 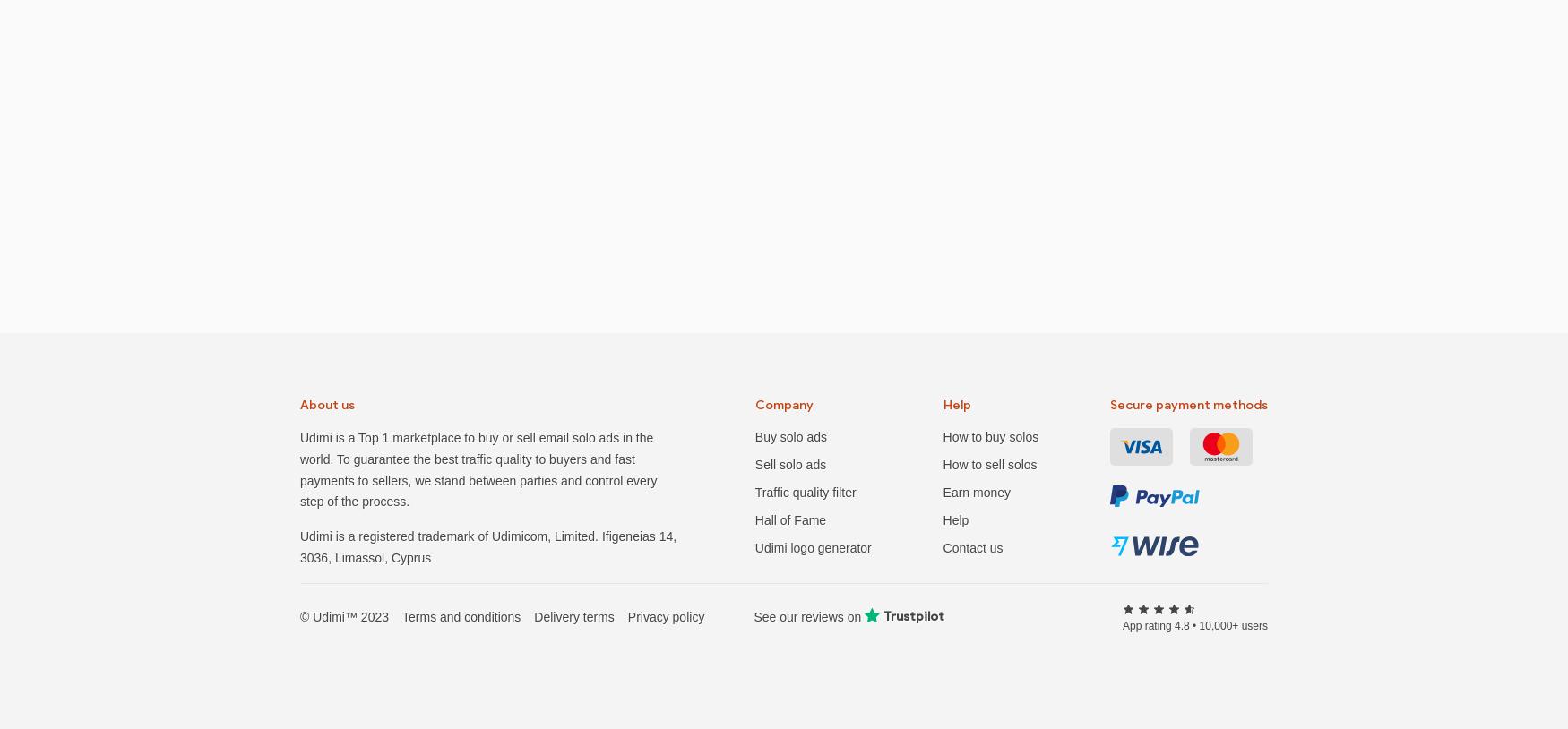 What do you see at coordinates (804, 492) in the screenshot?
I see `'Traffic quality filter'` at bounding box center [804, 492].